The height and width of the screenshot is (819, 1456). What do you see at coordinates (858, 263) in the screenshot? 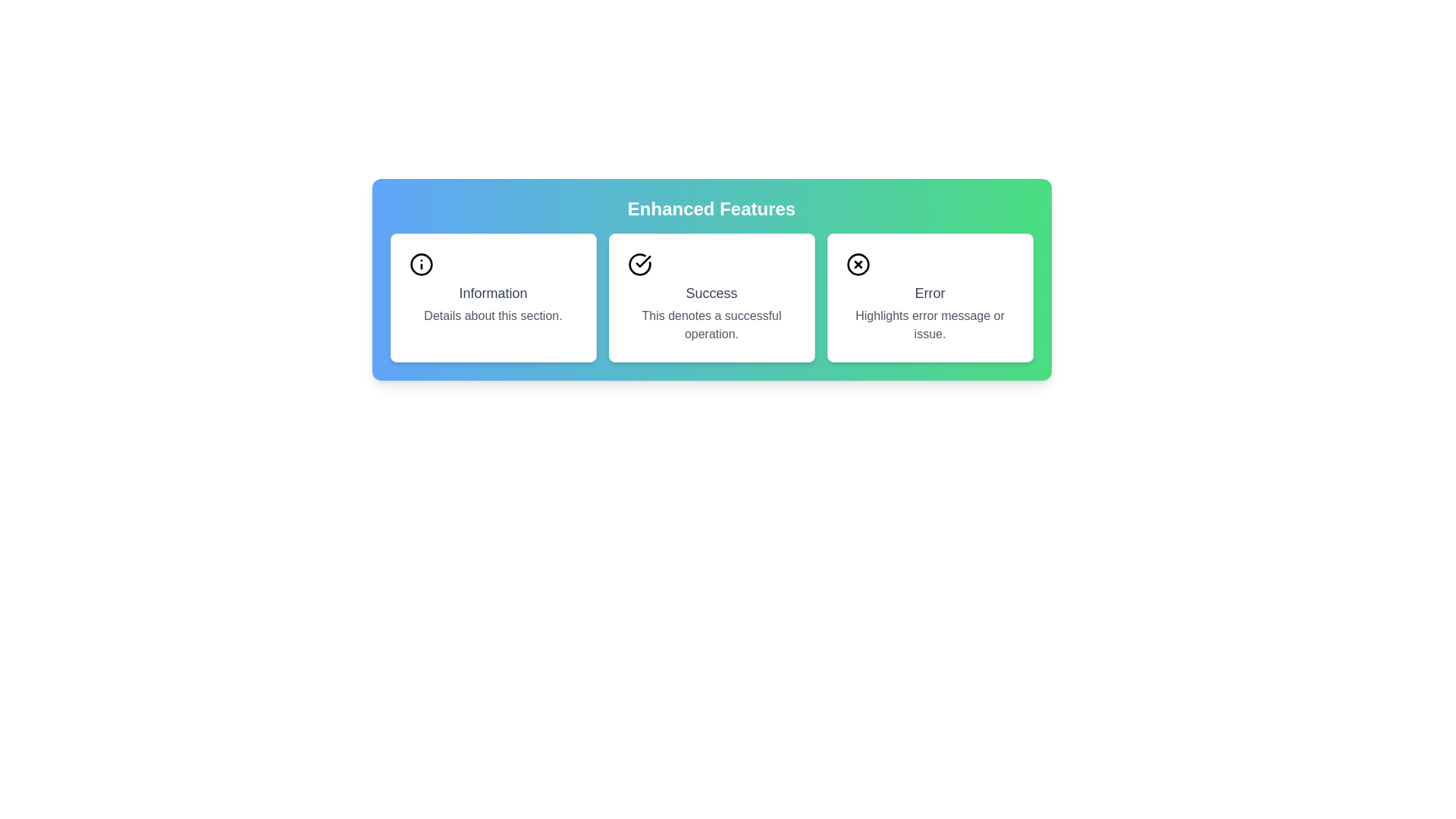
I see `the circular vector graphic element located to the left of the text 'Error' in the rightmost card of the triplet group under 'Enhanced Features'` at bounding box center [858, 263].